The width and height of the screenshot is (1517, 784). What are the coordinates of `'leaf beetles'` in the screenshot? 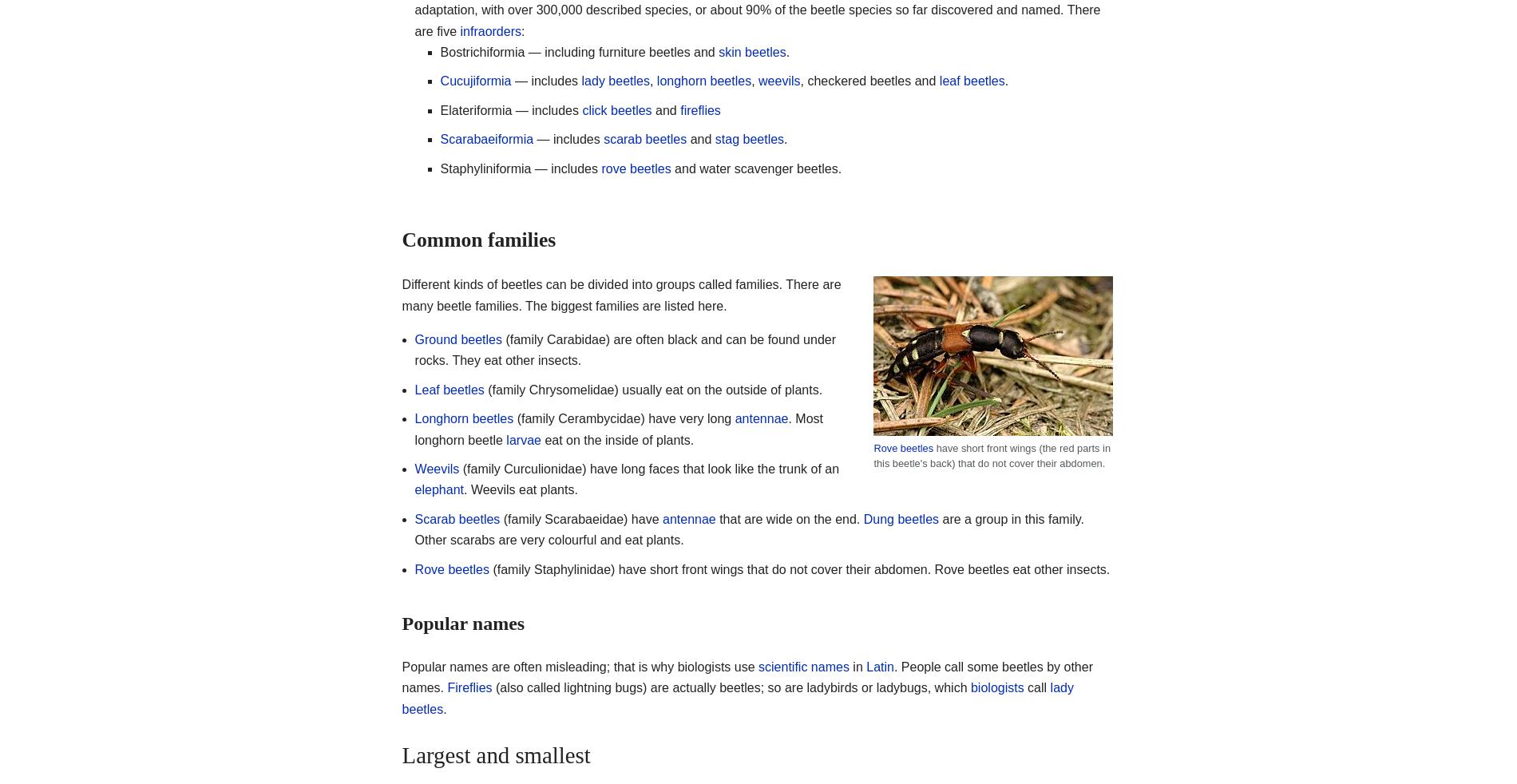 It's located at (970, 80).